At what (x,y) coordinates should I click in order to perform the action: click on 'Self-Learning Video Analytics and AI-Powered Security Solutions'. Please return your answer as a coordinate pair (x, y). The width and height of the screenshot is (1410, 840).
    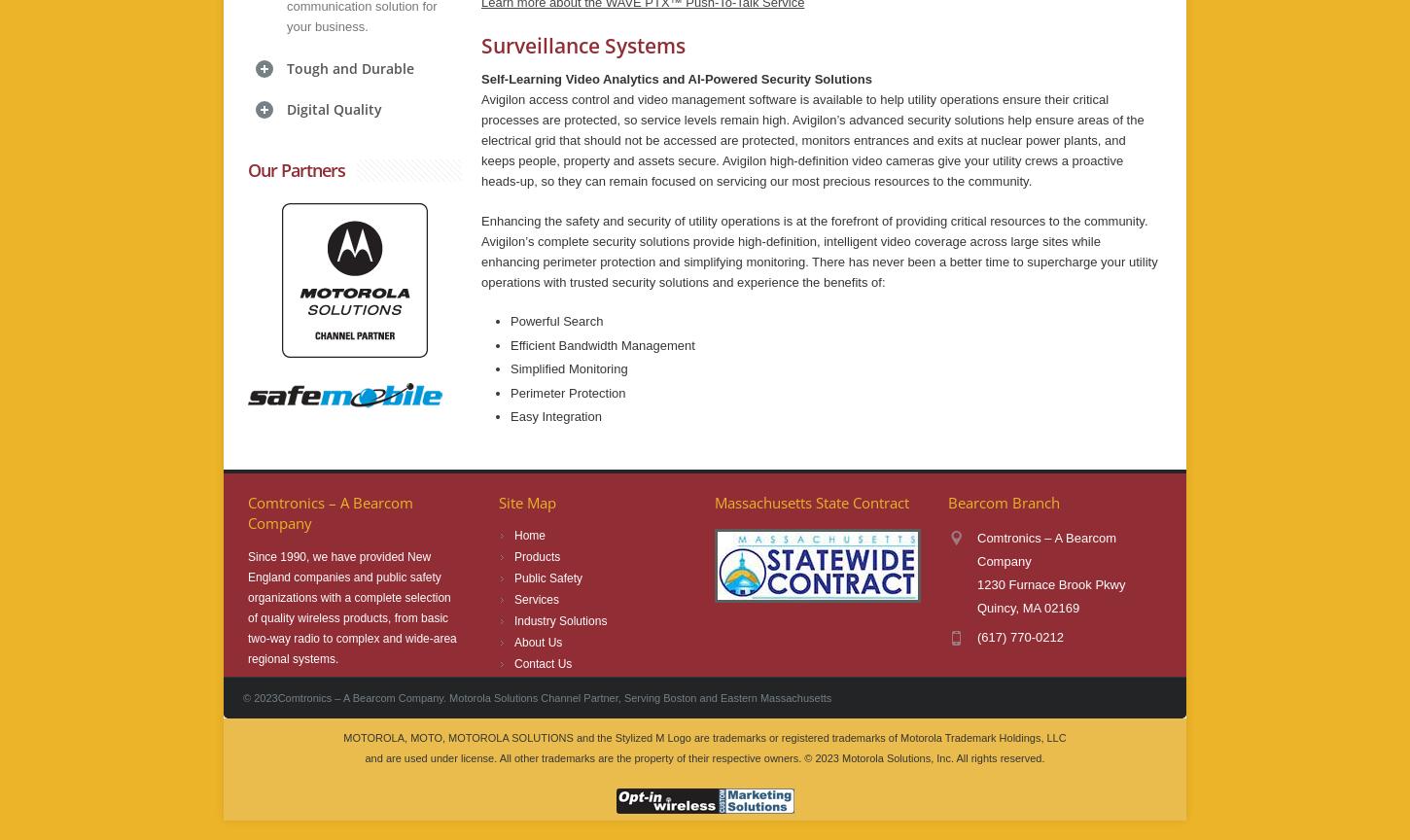
    Looking at the image, I should click on (675, 79).